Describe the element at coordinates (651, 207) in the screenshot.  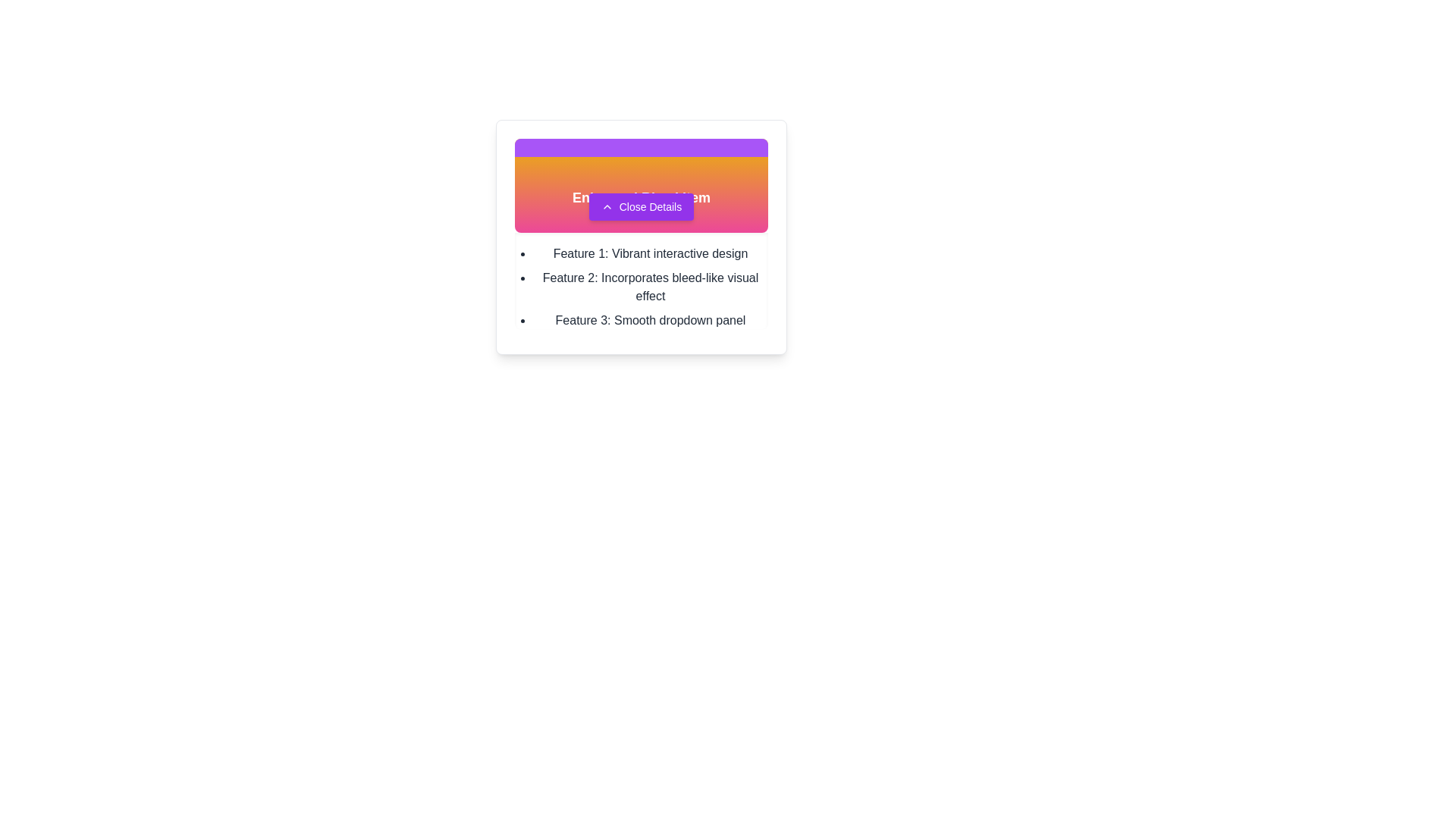
I see `the close button text label located to the right of the arrow icon in the lower part of the purple button on the central card-like component` at that location.